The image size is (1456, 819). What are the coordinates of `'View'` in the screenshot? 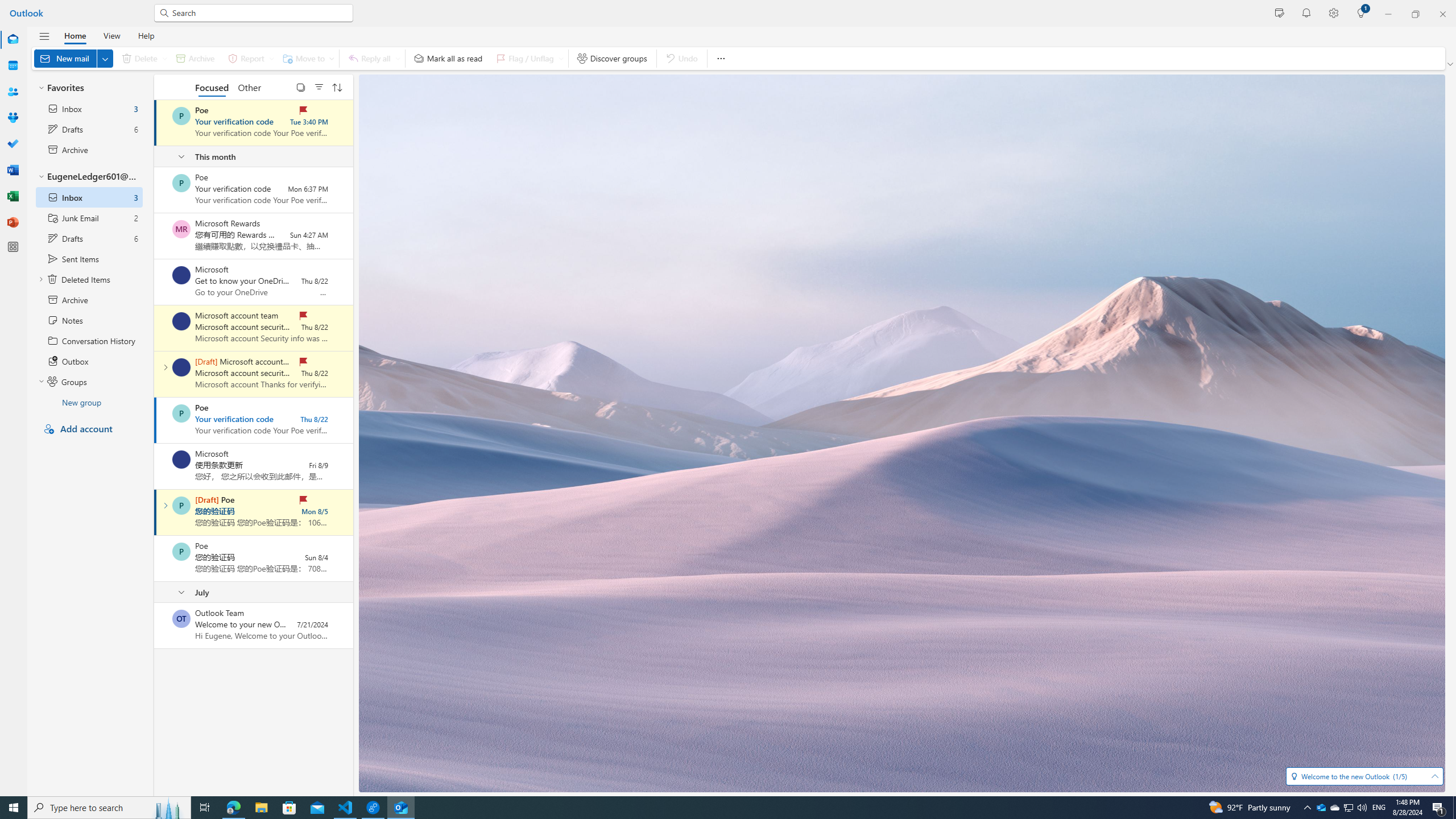 It's located at (111, 35).